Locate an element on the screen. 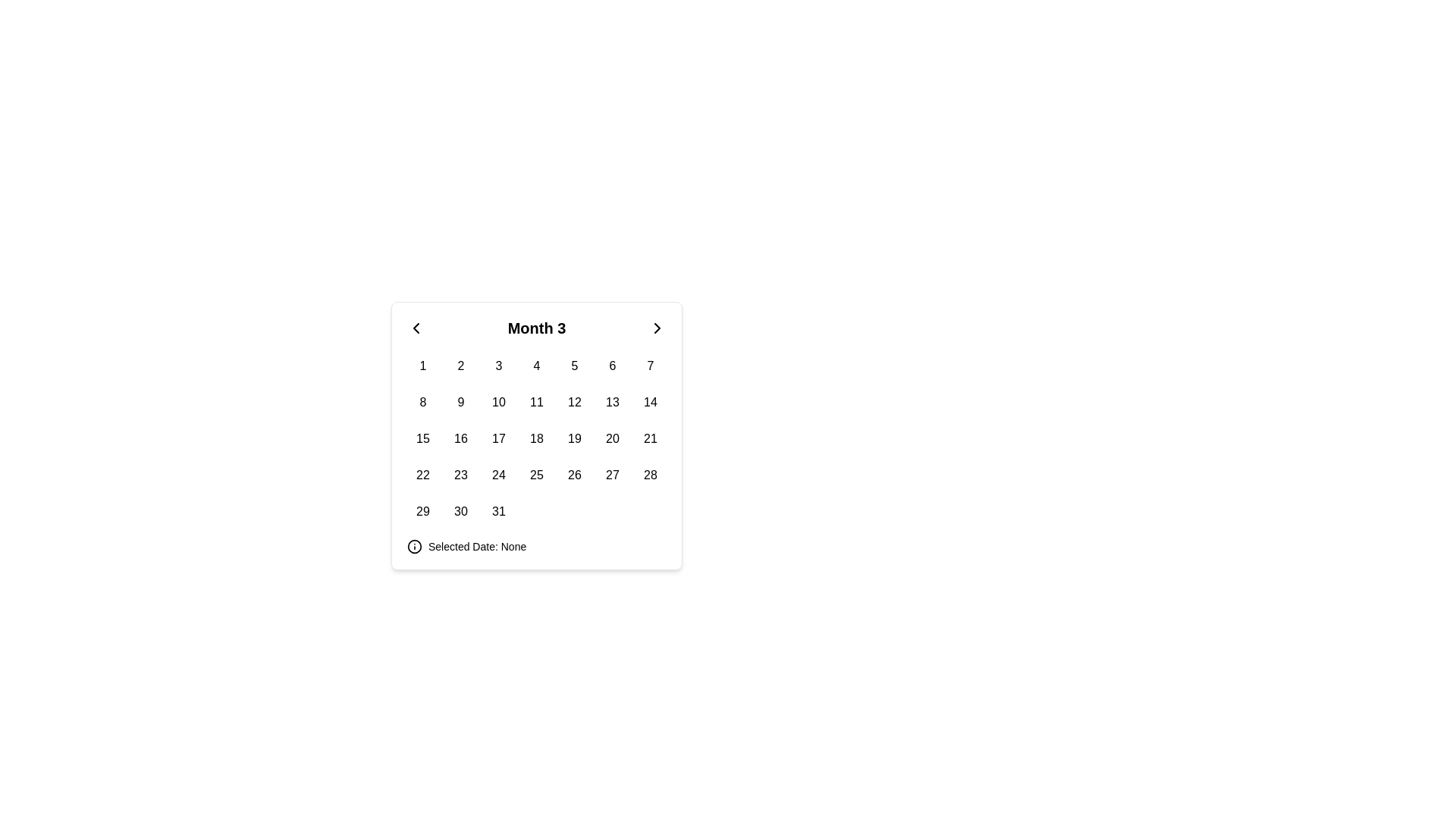 The width and height of the screenshot is (1456, 819). the square button labeled '24' with rounded corners is located at coordinates (498, 475).